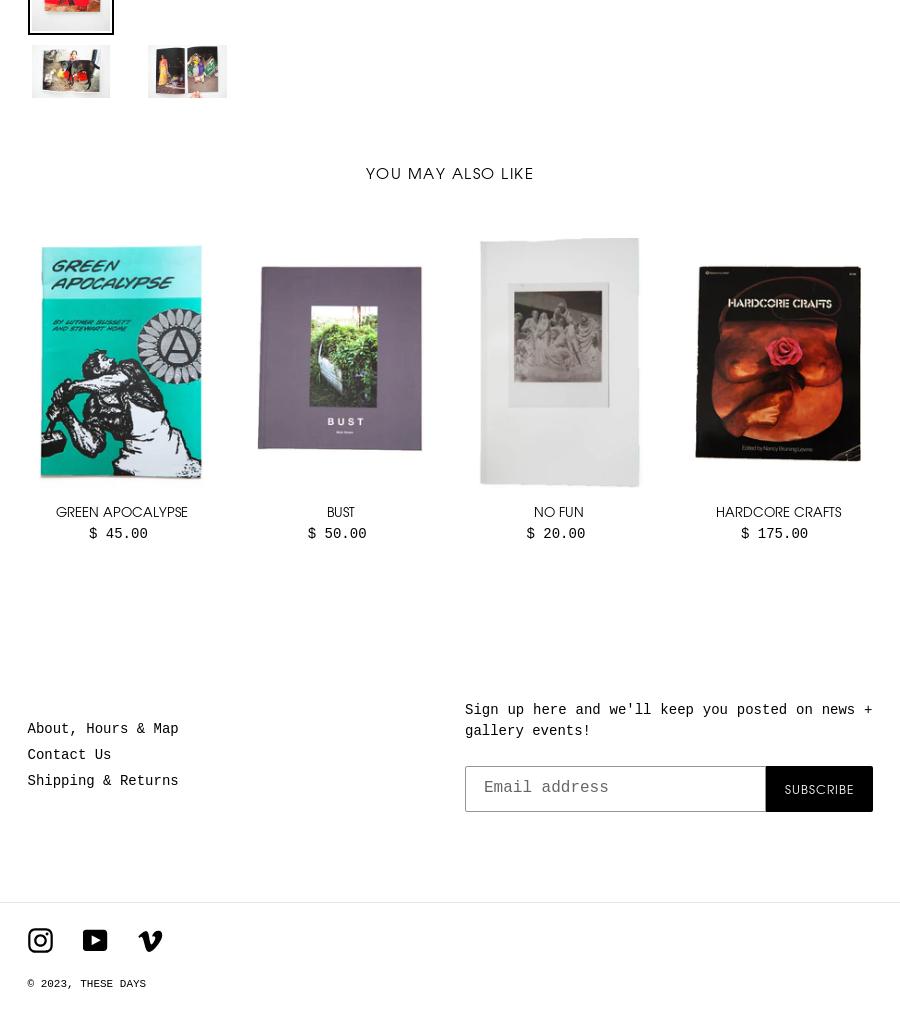 Image resolution: width=900 pixels, height=1028 pixels. What do you see at coordinates (26, 981) in the screenshot?
I see `'© 2023,'` at bounding box center [26, 981].